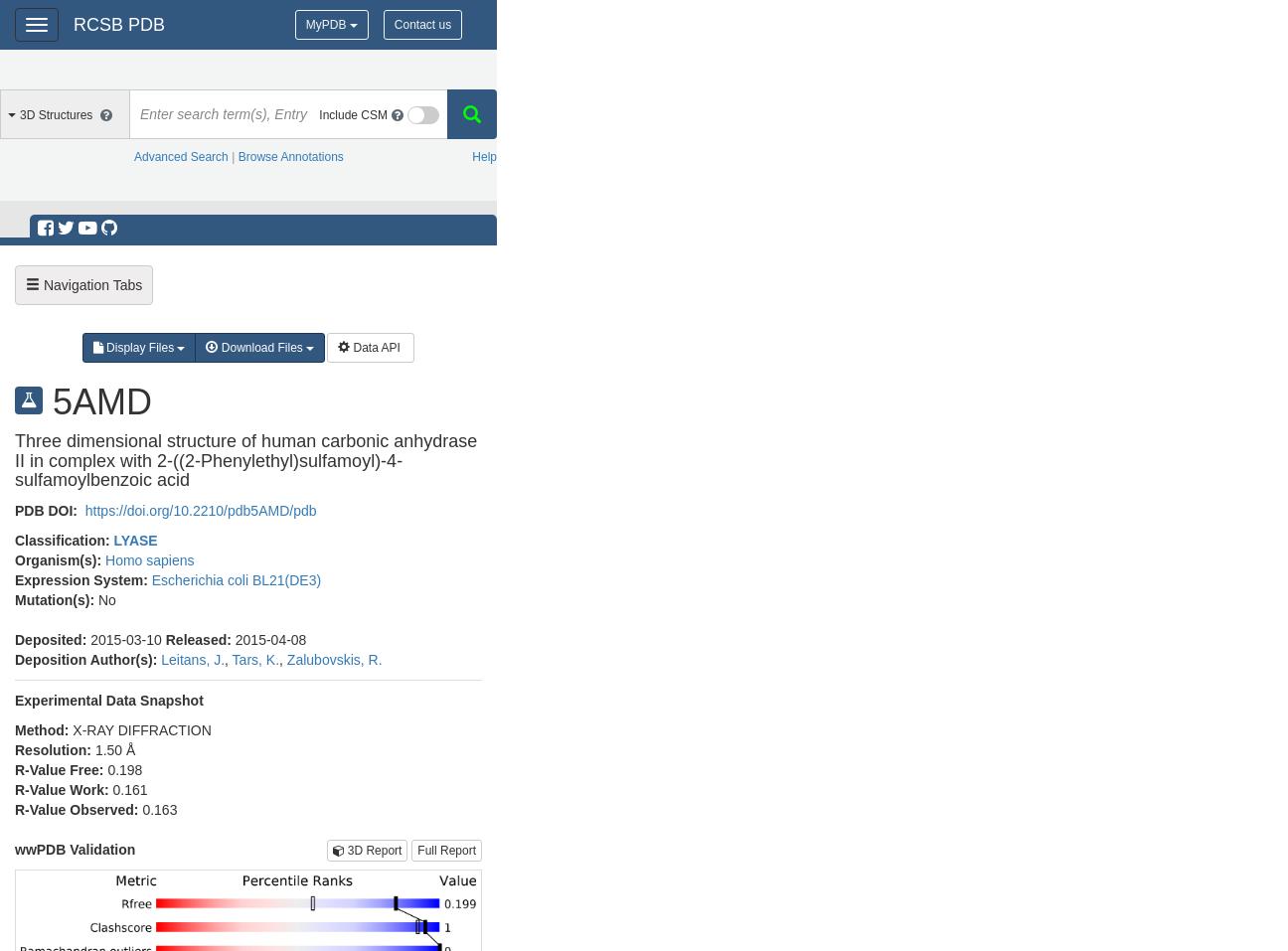 Image resolution: width=1288 pixels, height=951 pixels. What do you see at coordinates (483, 157) in the screenshot?
I see `'Help'` at bounding box center [483, 157].